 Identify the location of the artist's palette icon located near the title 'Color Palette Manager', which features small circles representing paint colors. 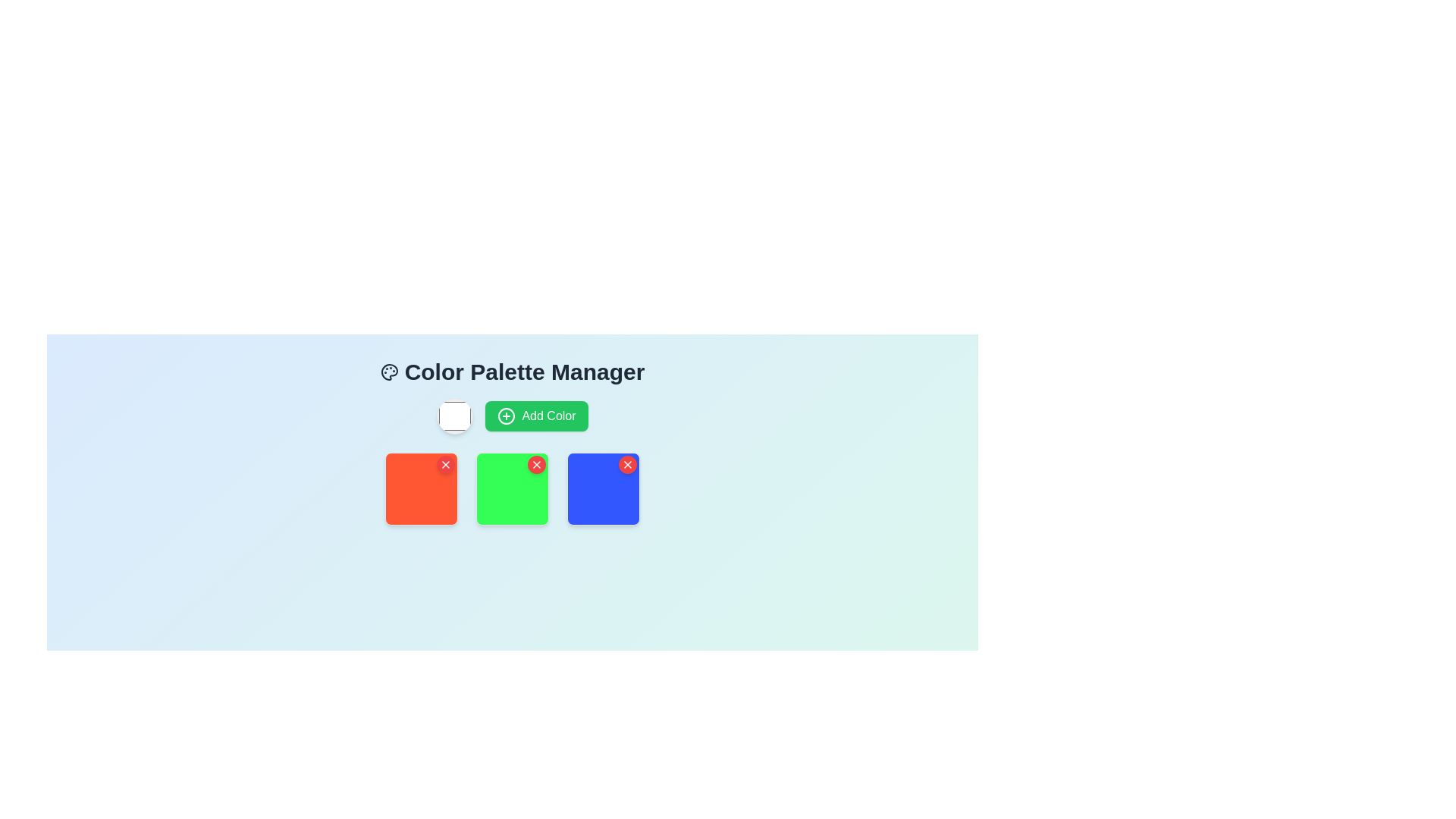
(389, 372).